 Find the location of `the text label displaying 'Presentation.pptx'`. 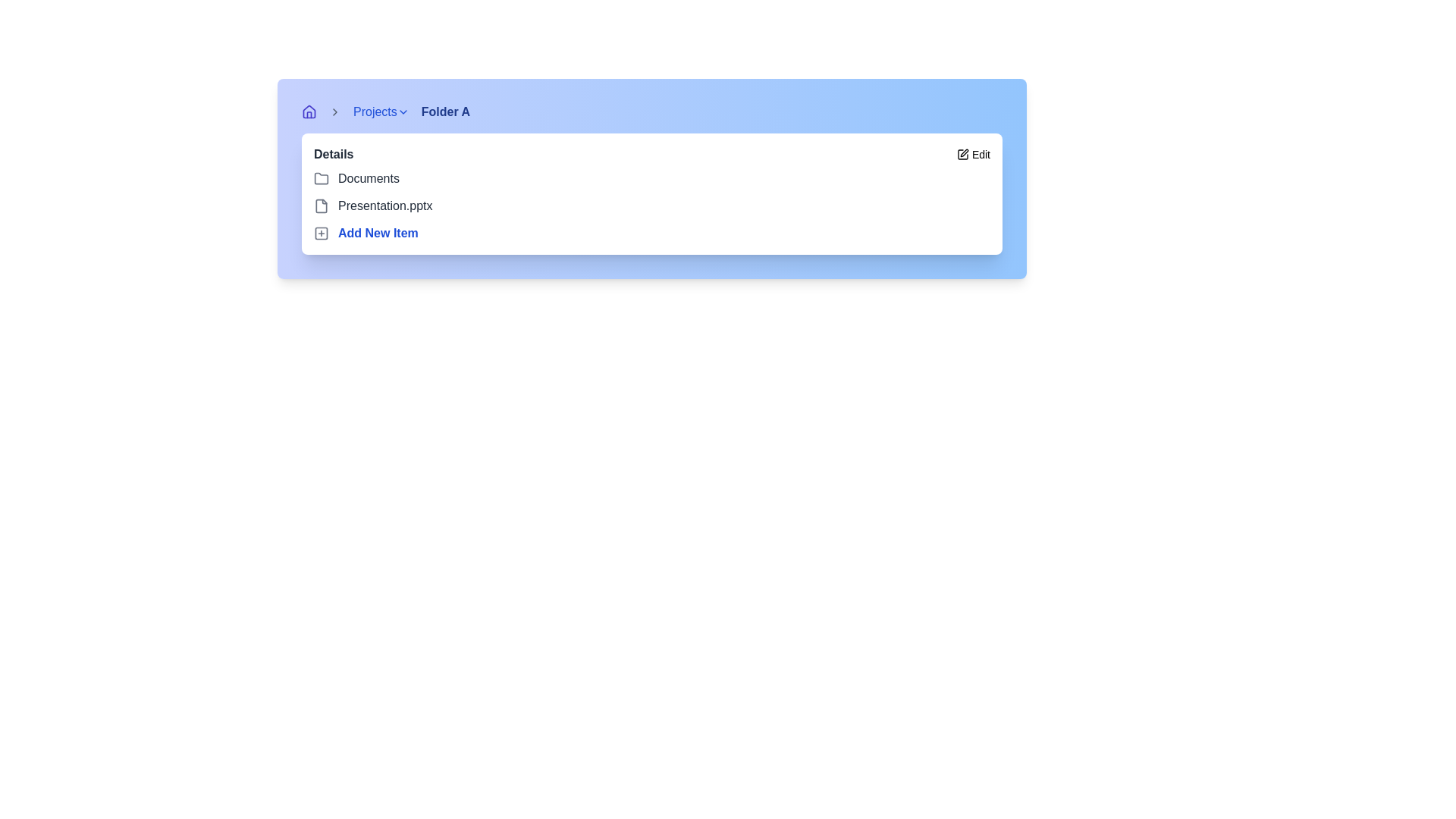

the text label displaying 'Presentation.pptx' is located at coordinates (385, 206).